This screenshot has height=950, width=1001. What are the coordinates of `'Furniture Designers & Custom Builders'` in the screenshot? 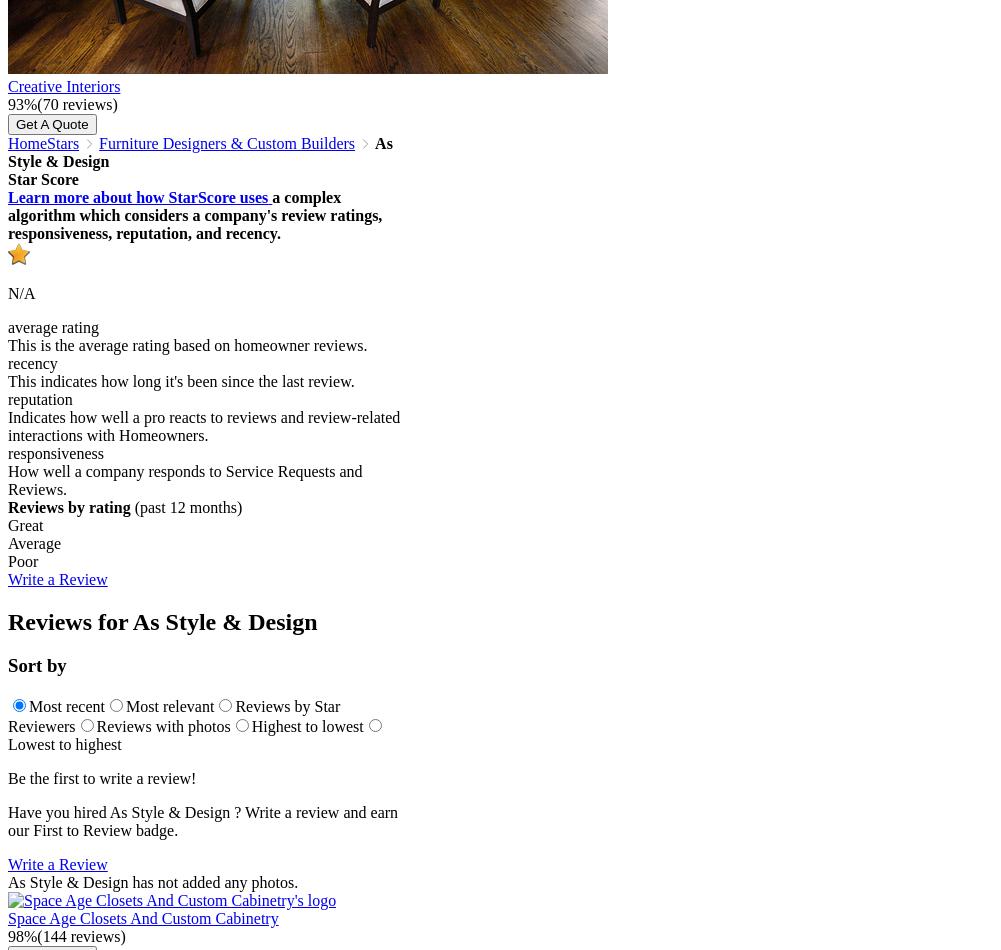 It's located at (226, 142).